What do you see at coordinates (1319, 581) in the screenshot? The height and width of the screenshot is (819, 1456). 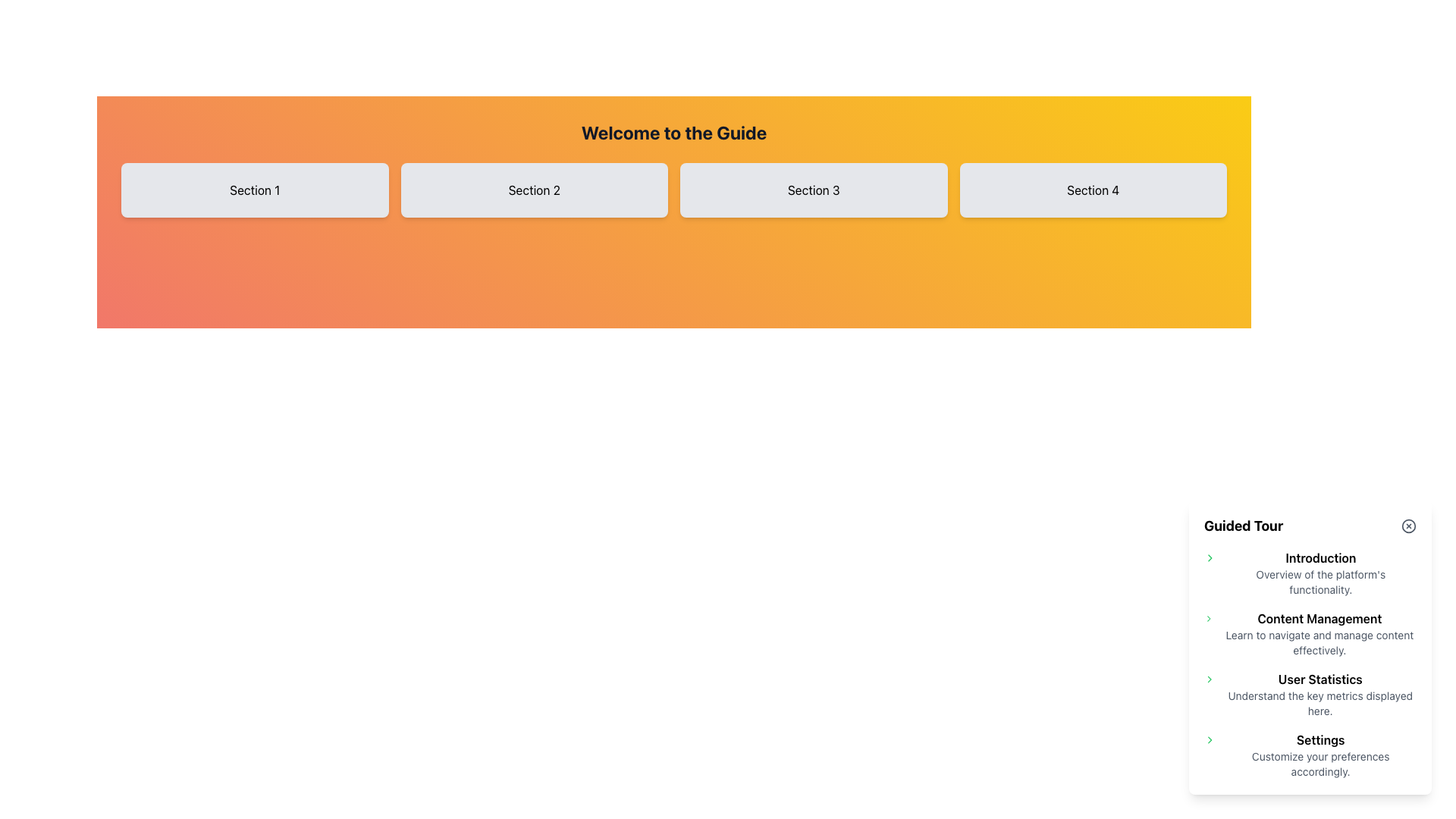 I see `the text segment styled in a smaller font size and light gray color that conveys the message: "Overview of the platform's functionality," located below the 'Introduction' title in the right-hand panel labeled 'Guided Tour'` at bounding box center [1319, 581].